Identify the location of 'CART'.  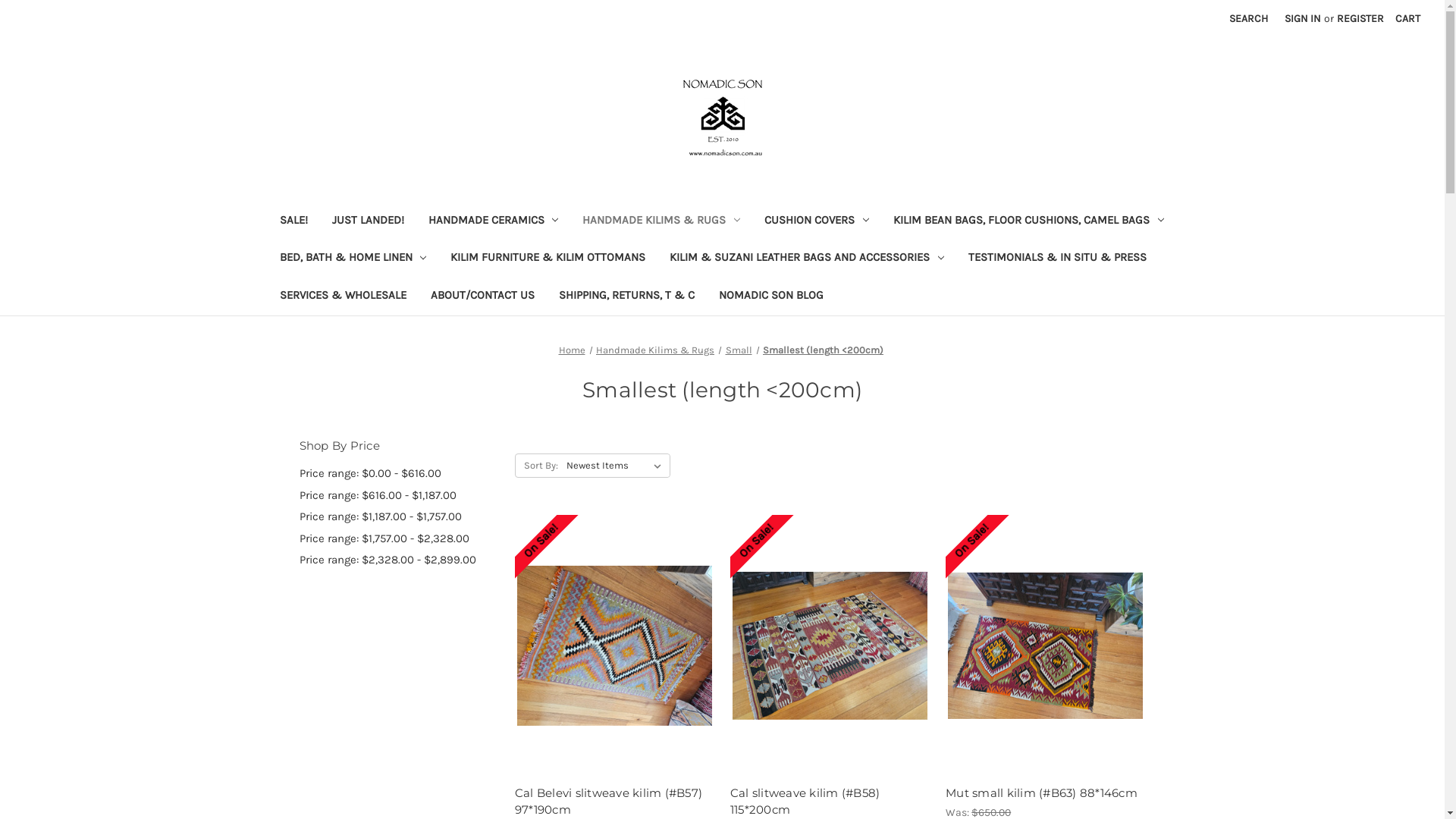
(1386, 18).